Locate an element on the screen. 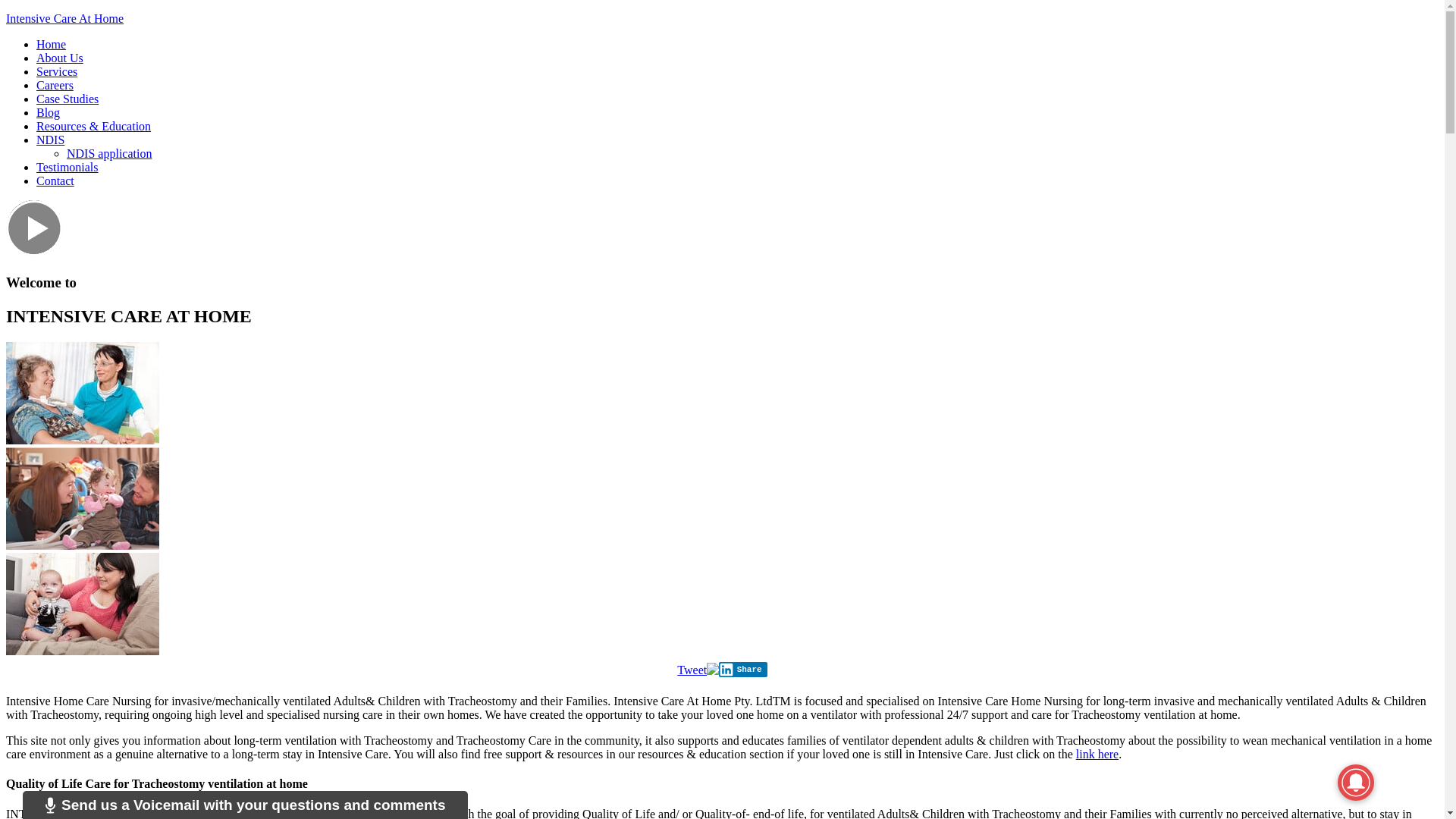 This screenshot has height=819, width=1456. 'Tweet' is located at coordinates (691, 669).